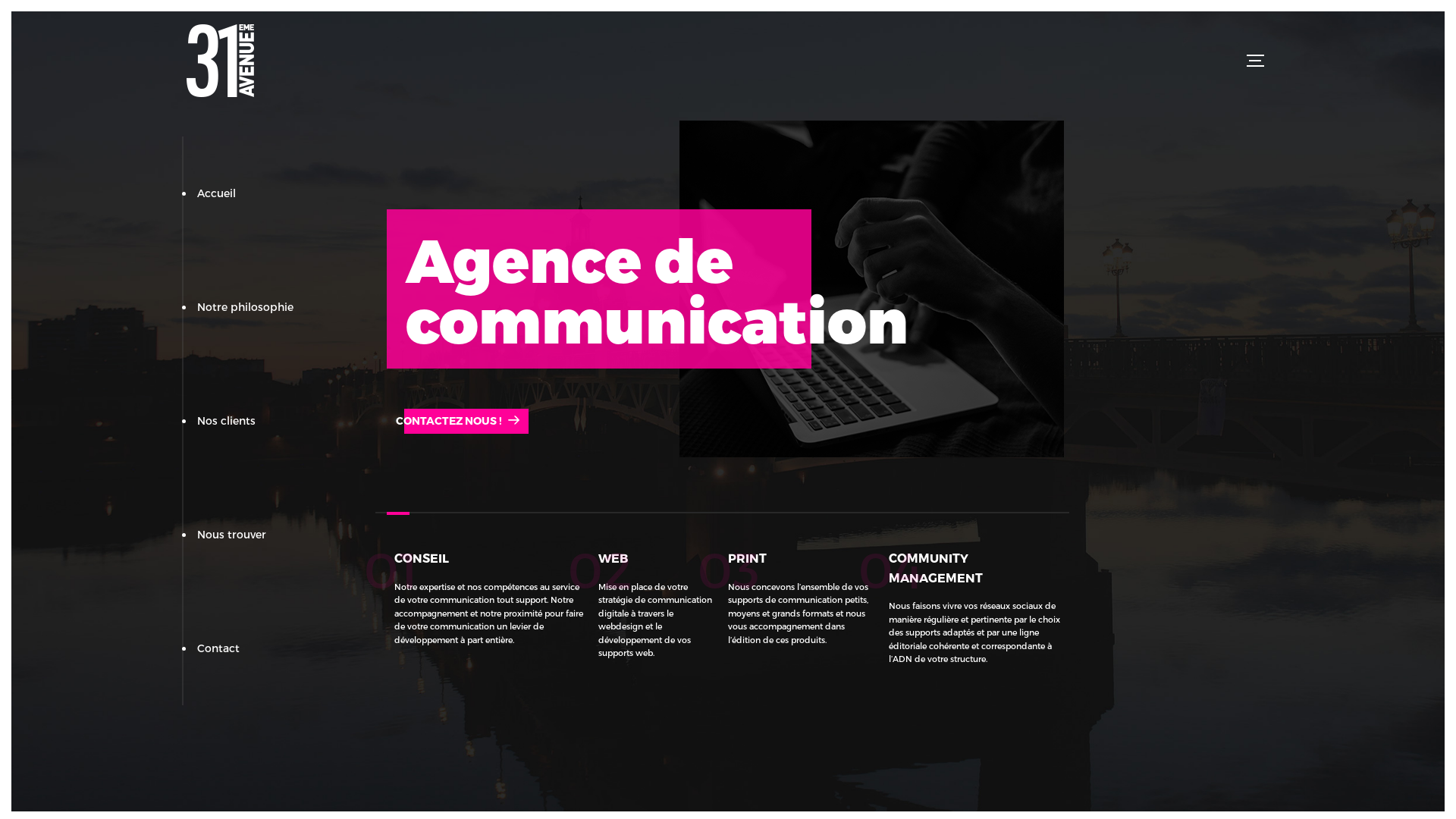 The image size is (1456, 819). What do you see at coordinates (218, 648) in the screenshot?
I see `'Contact'` at bounding box center [218, 648].